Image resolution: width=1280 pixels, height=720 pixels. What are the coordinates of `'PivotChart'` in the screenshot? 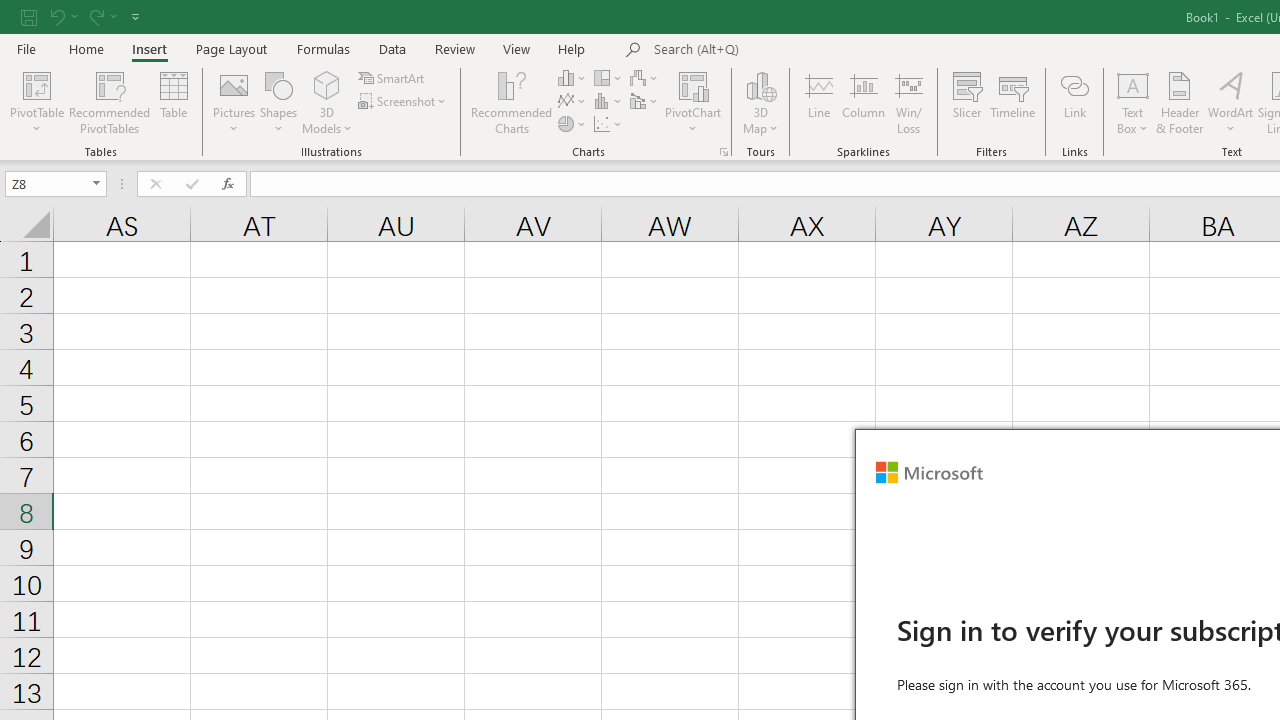 It's located at (693, 103).